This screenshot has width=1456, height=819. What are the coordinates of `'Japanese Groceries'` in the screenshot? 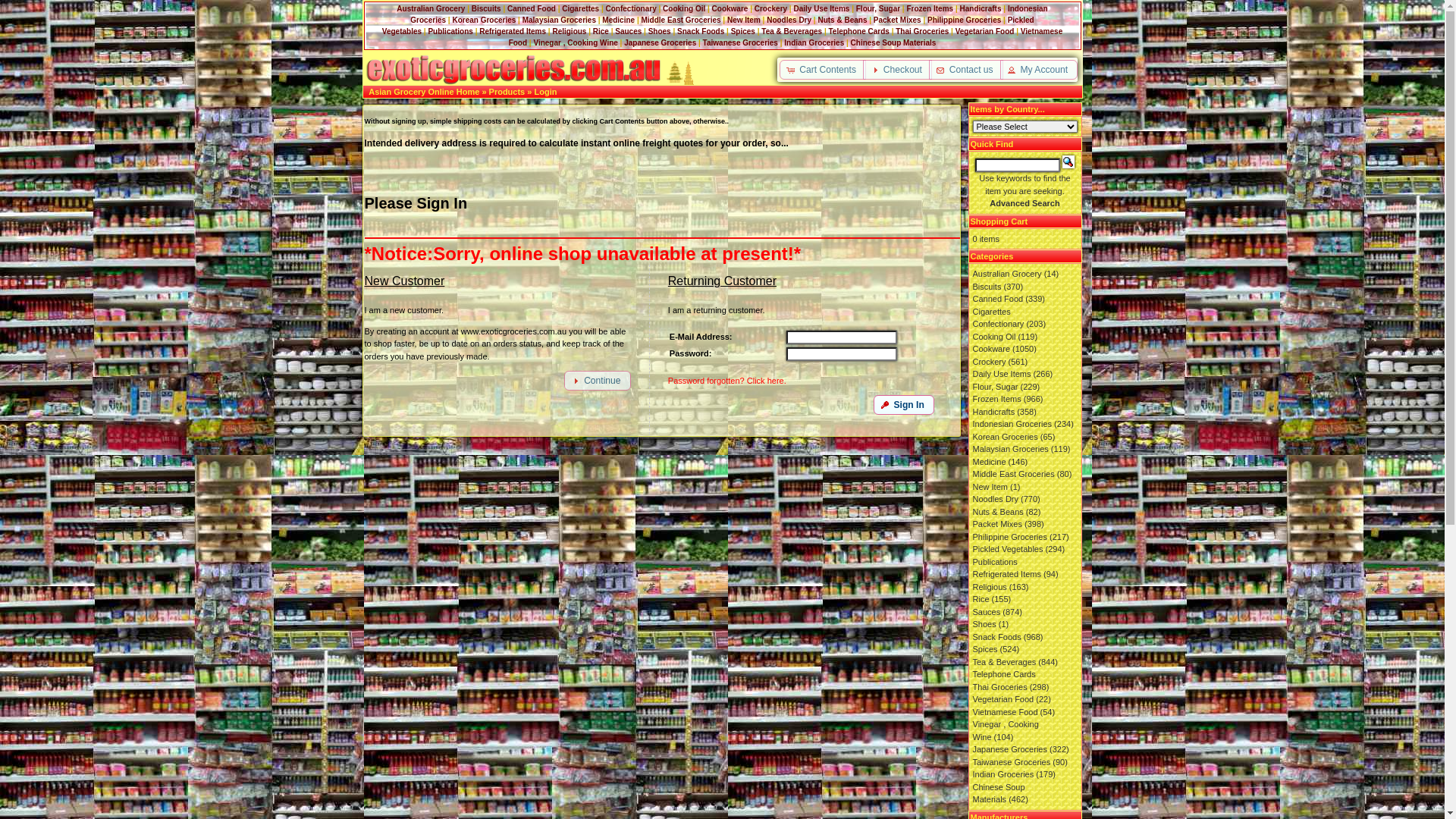 It's located at (660, 42).